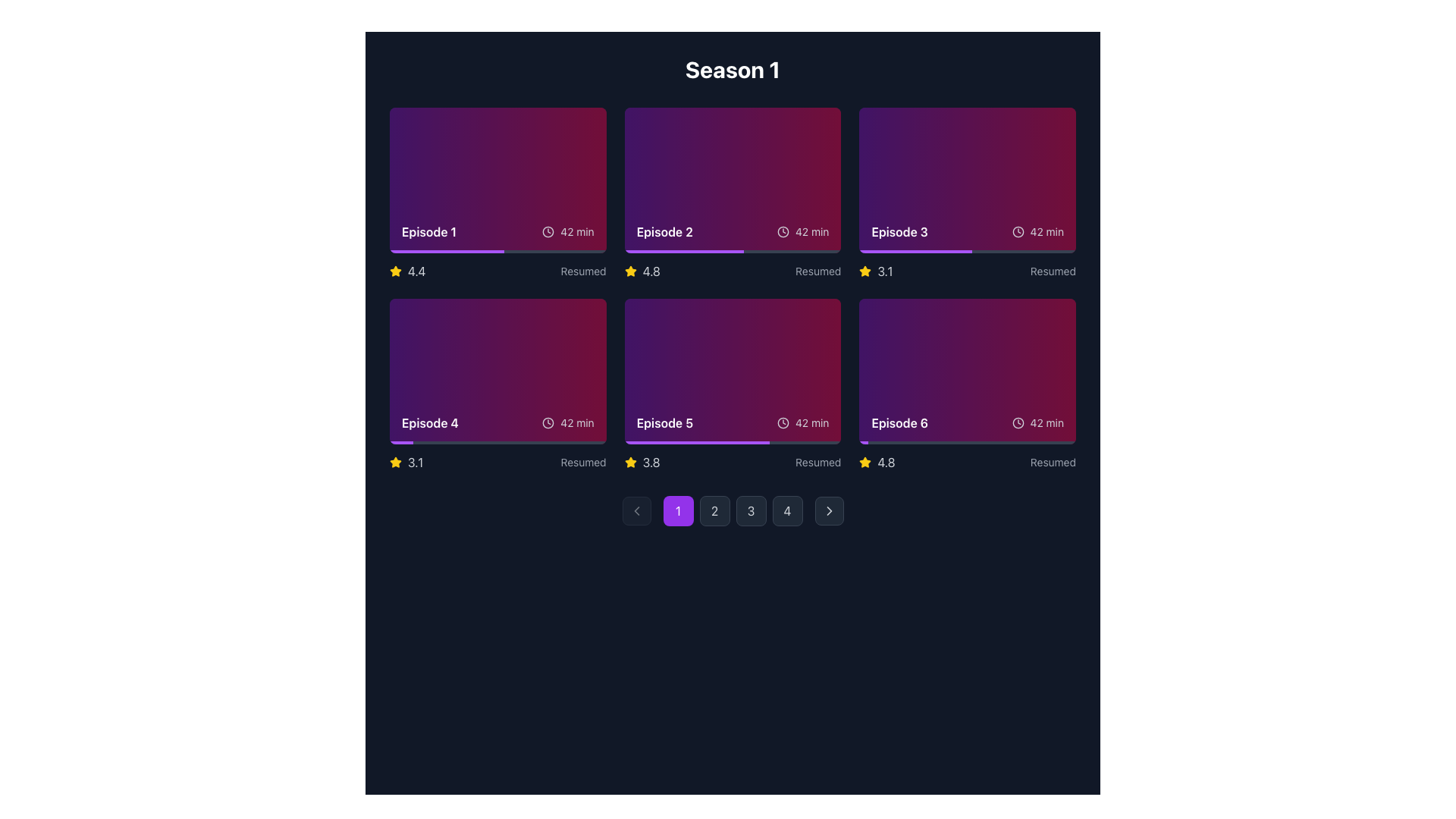 The image size is (1456, 819). What do you see at coordinates (630, 461) in the screenshot?
I see `the filled star icon indicating the rating for 'Episode 5', located to the left of the rating number '3.8'` at bounding box center [630, 461].